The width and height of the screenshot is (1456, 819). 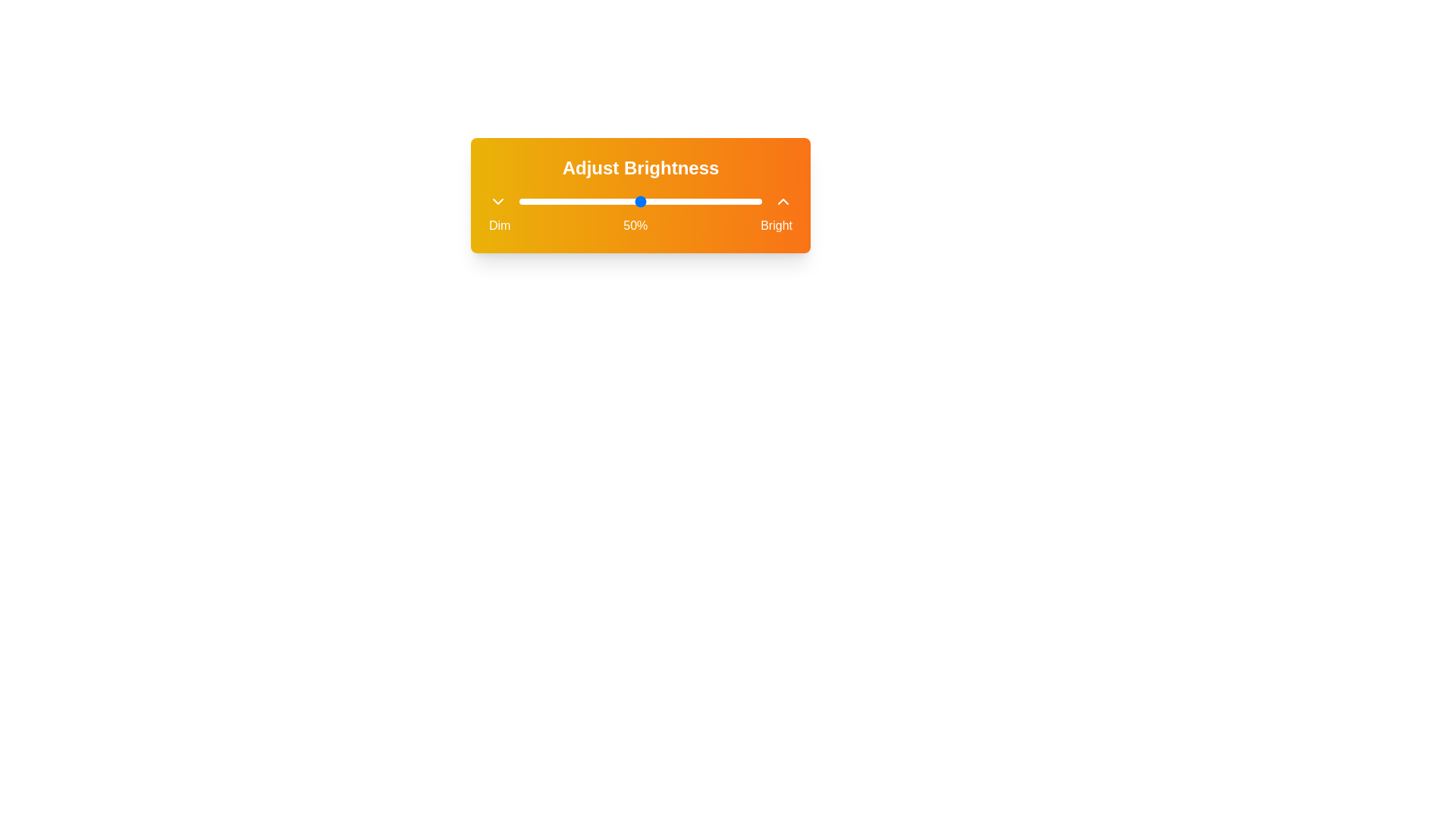 I want to click on the 'Dim' static text label in the brightness adjustment settings, which is the first label in a horizontal layout containing 'Dim', '50%', and 'Bright', so click(x=500, y=225).